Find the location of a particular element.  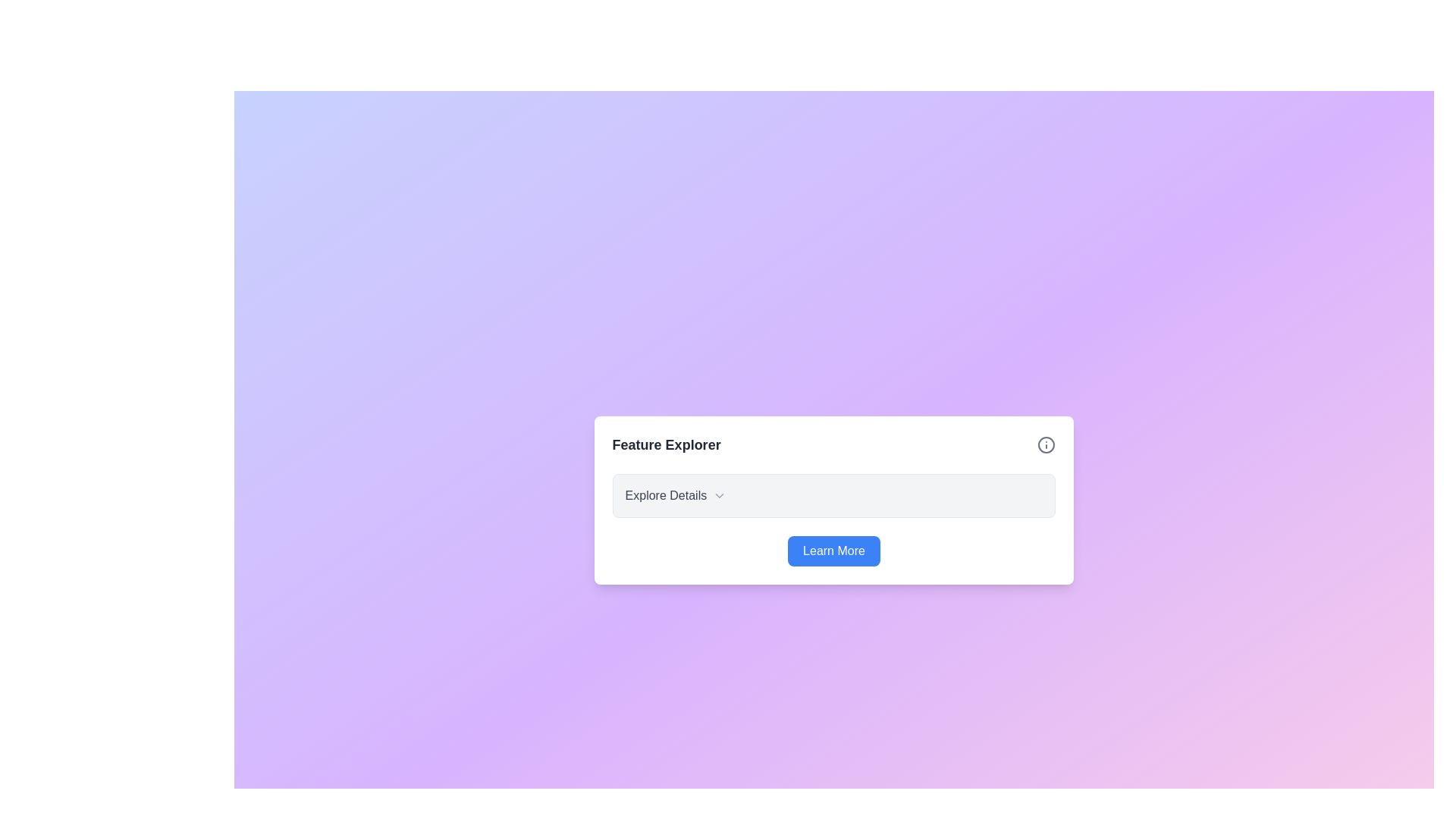

the information icon located in the top-right corner of the 'Feature Explorer' header section is located at coordinates (1046, 444).